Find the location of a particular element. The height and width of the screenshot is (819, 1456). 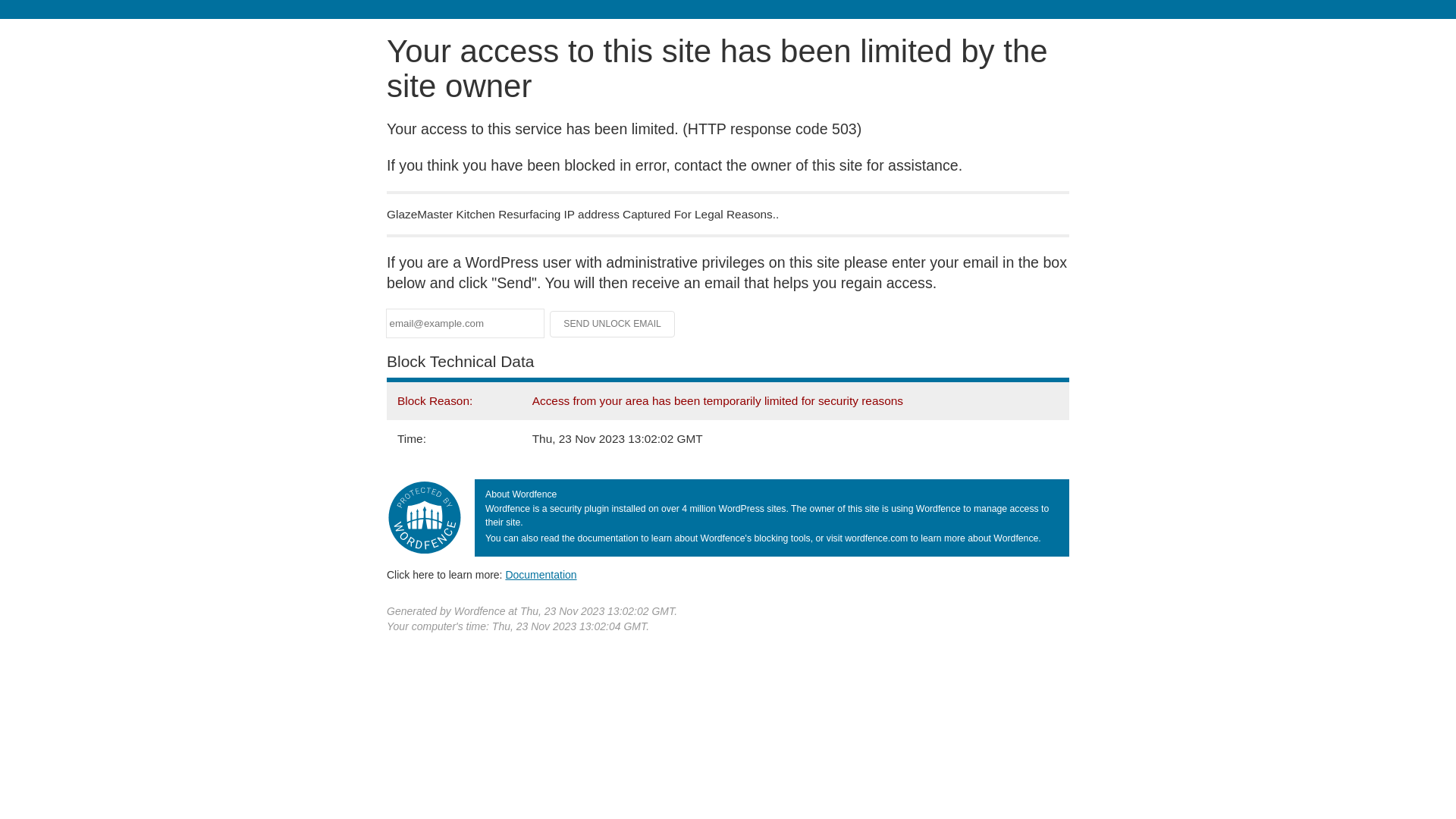

'Send Unlock Email' is located at coordinates (612, 323).